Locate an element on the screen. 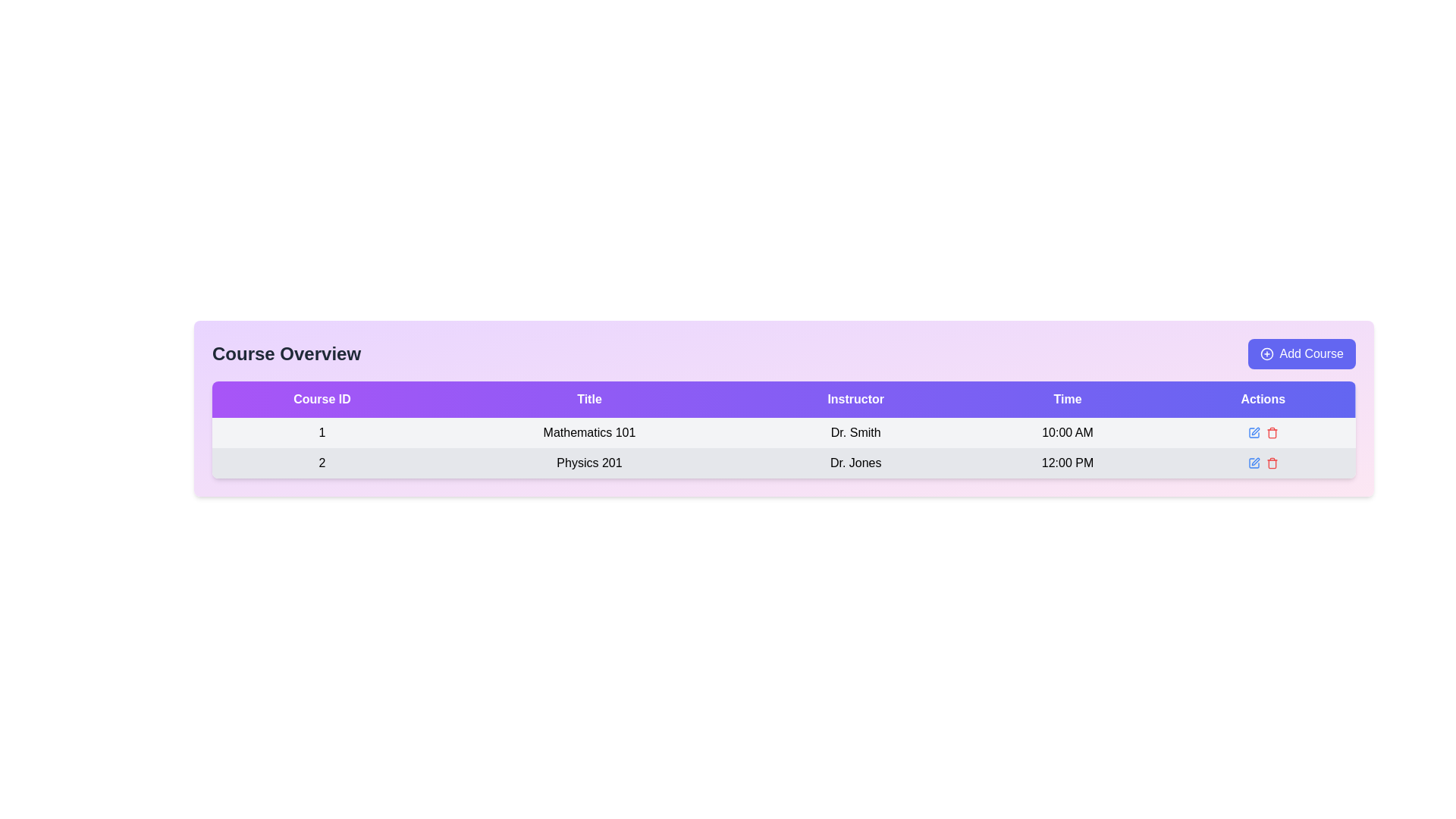 This screenshot has height=819, width=1456. the table cell displaying the instructor's name for the course 'Physics 201' in the second row of the table is located at coordinates (855, 462).